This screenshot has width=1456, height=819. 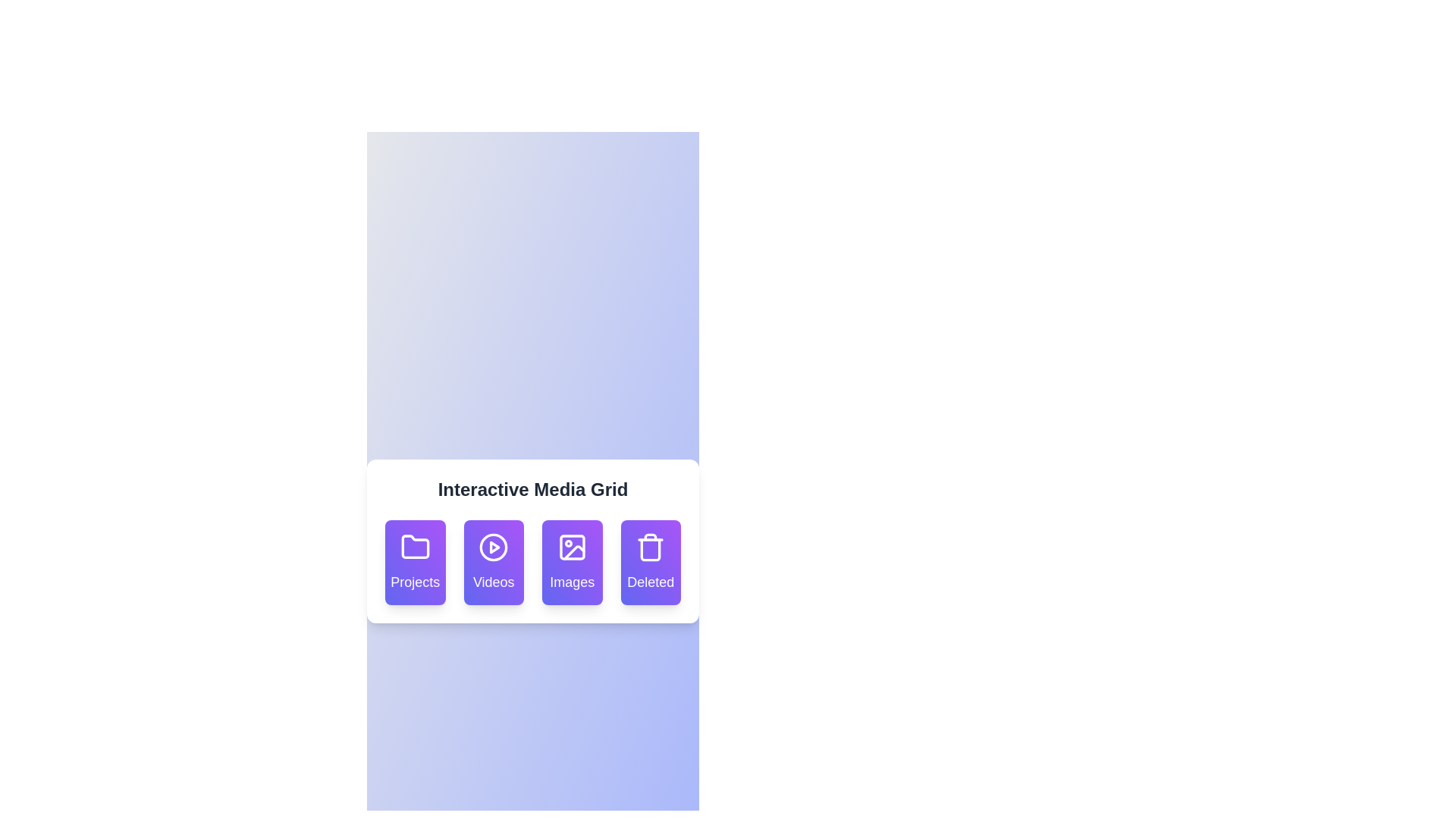 What do you see at coordinates (494, 547) in the screenshot?
I see `the circular play icon button, which features a white triangle in a circular outline, located in the 'Videos' section and is the second icon in a horizontal list` at bounding box center [494, 547].